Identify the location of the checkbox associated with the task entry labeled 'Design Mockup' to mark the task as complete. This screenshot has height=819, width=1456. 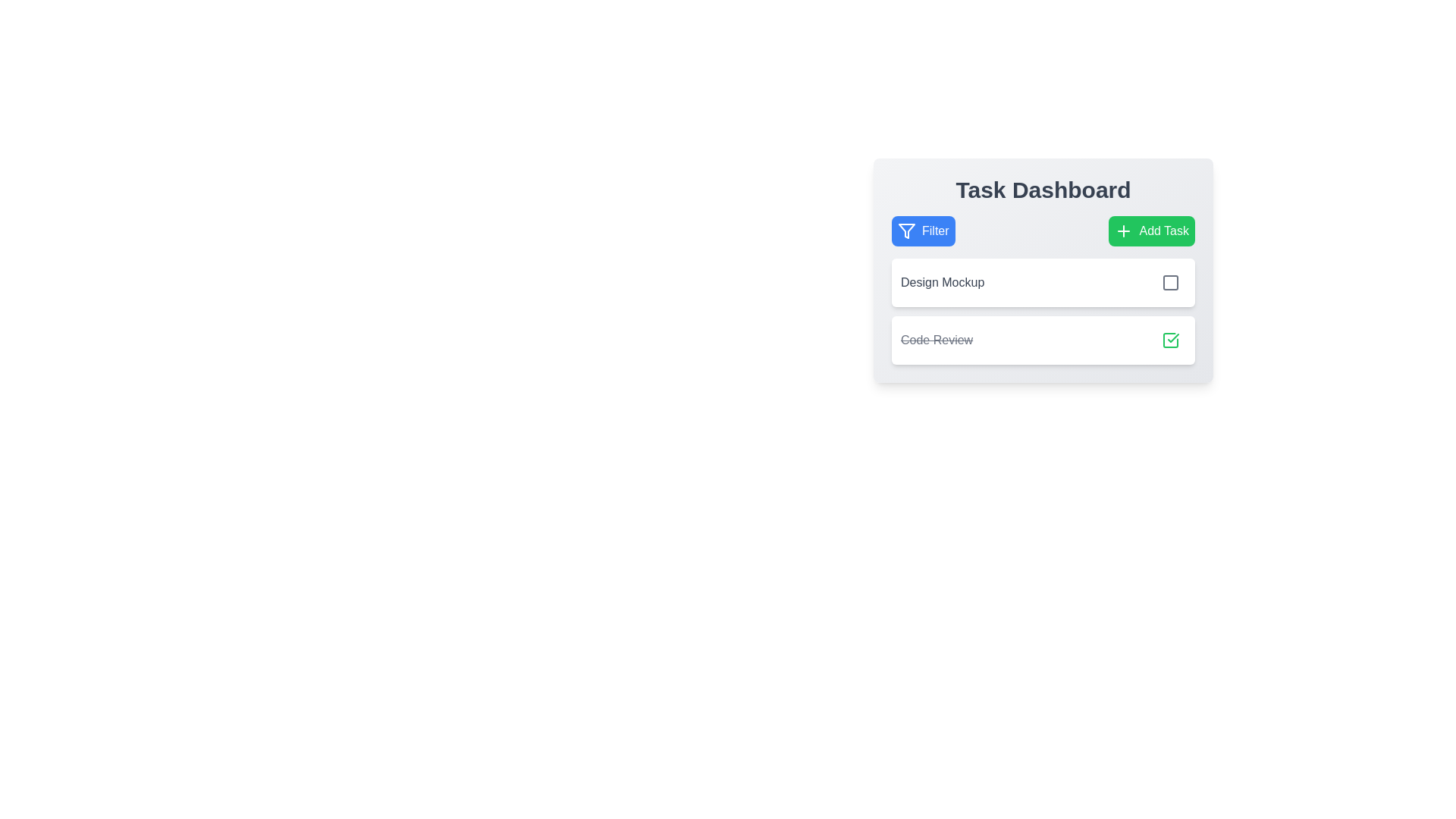
(1043, 270).